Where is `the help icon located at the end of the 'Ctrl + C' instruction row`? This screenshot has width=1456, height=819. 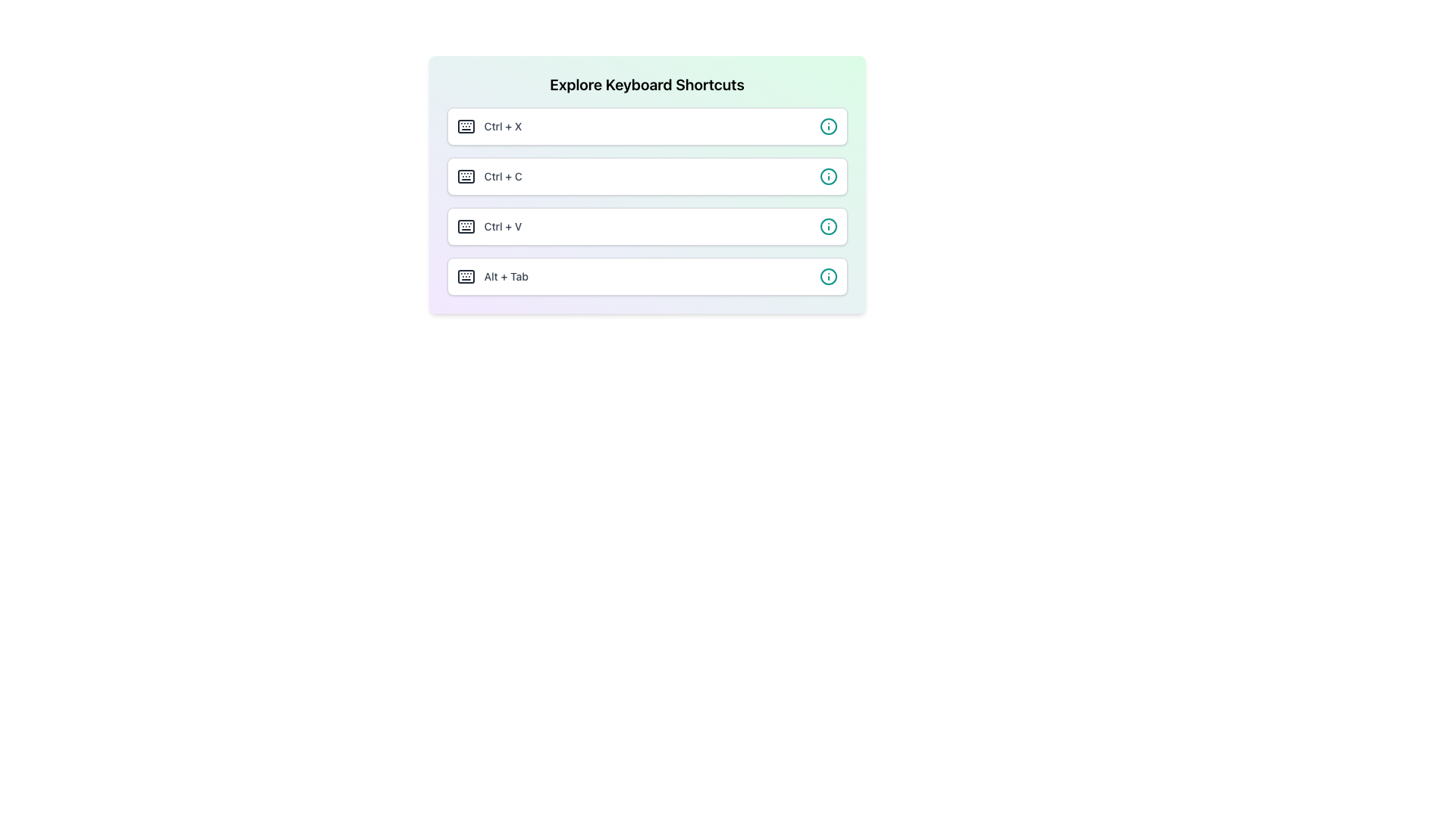
the help icon located at the end of the 'Ctrl + C' instruction row is located at coordinates (827, 175).